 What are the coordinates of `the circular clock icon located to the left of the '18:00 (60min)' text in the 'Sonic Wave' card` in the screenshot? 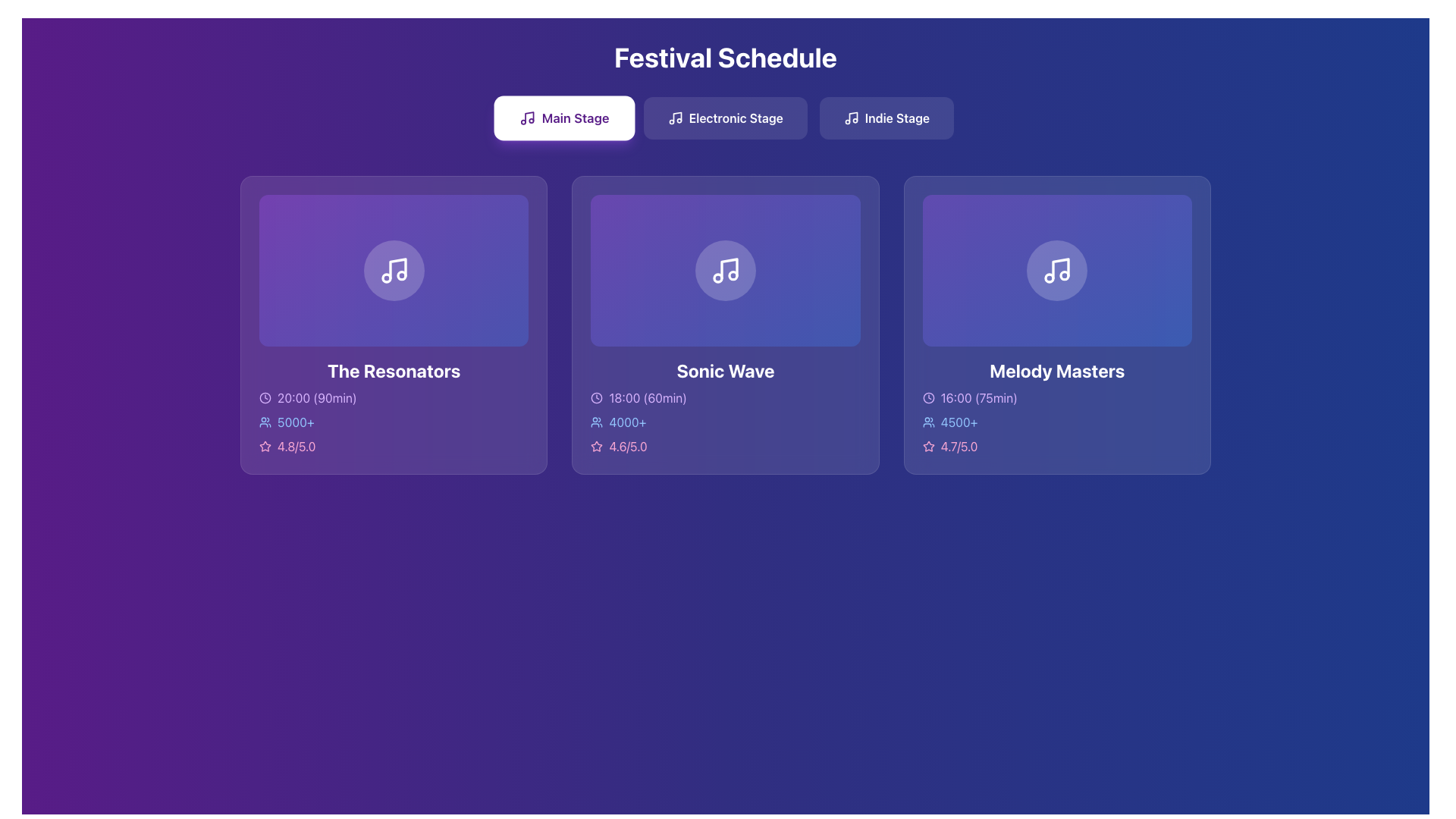 It's located at (596, 397).